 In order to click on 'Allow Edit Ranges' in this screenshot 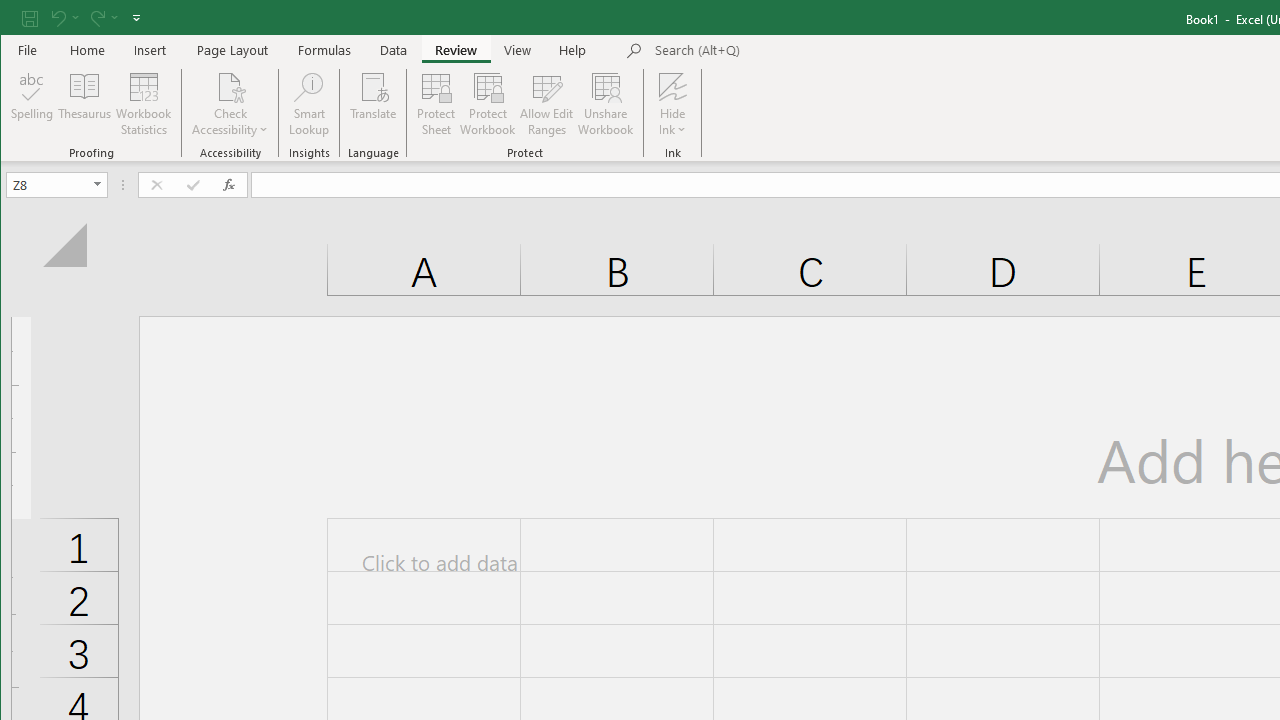, I will do `click(547, 104)`.